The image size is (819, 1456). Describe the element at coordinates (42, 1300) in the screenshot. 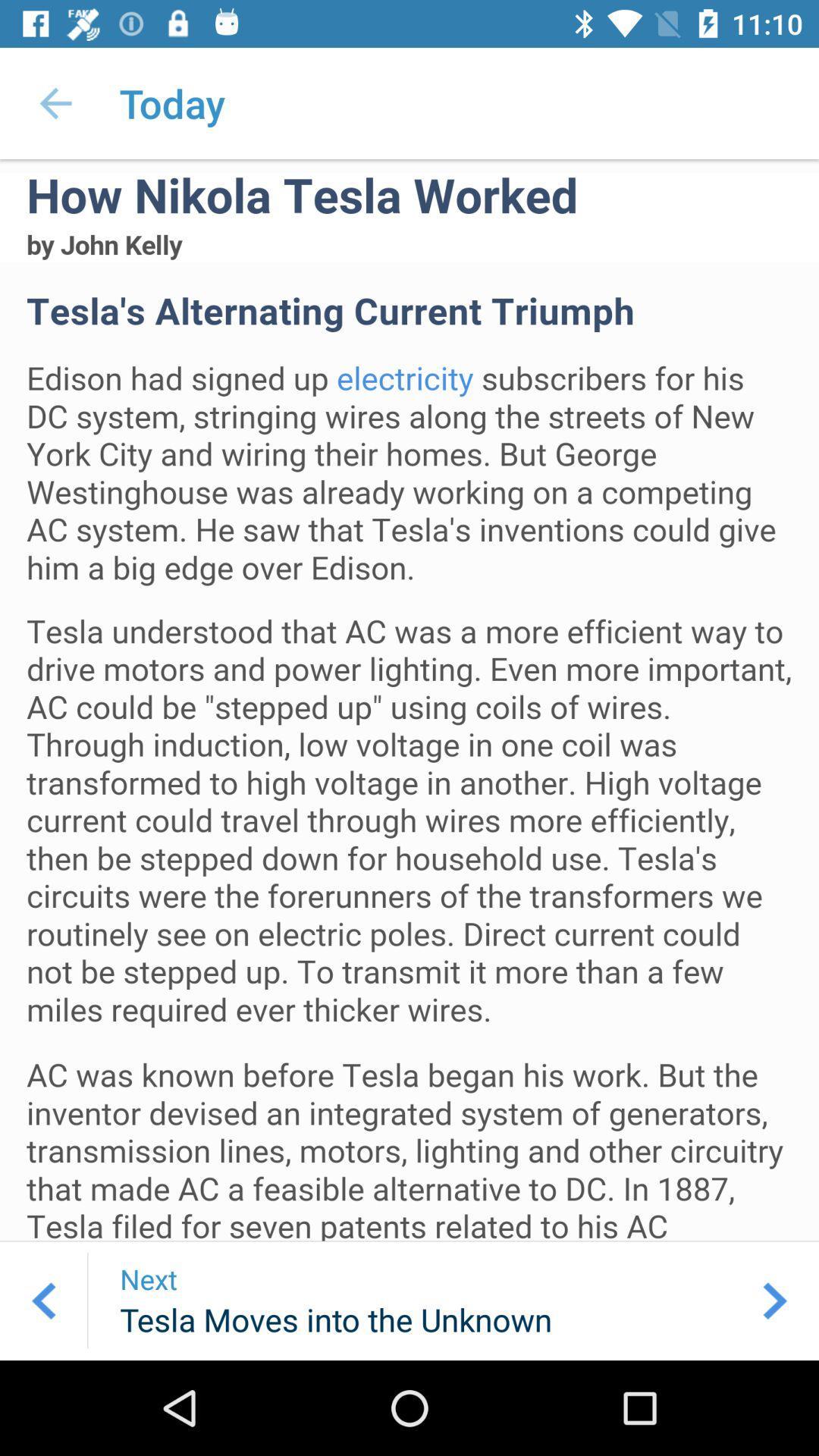

I see `the arrow_backward icon` at that location.